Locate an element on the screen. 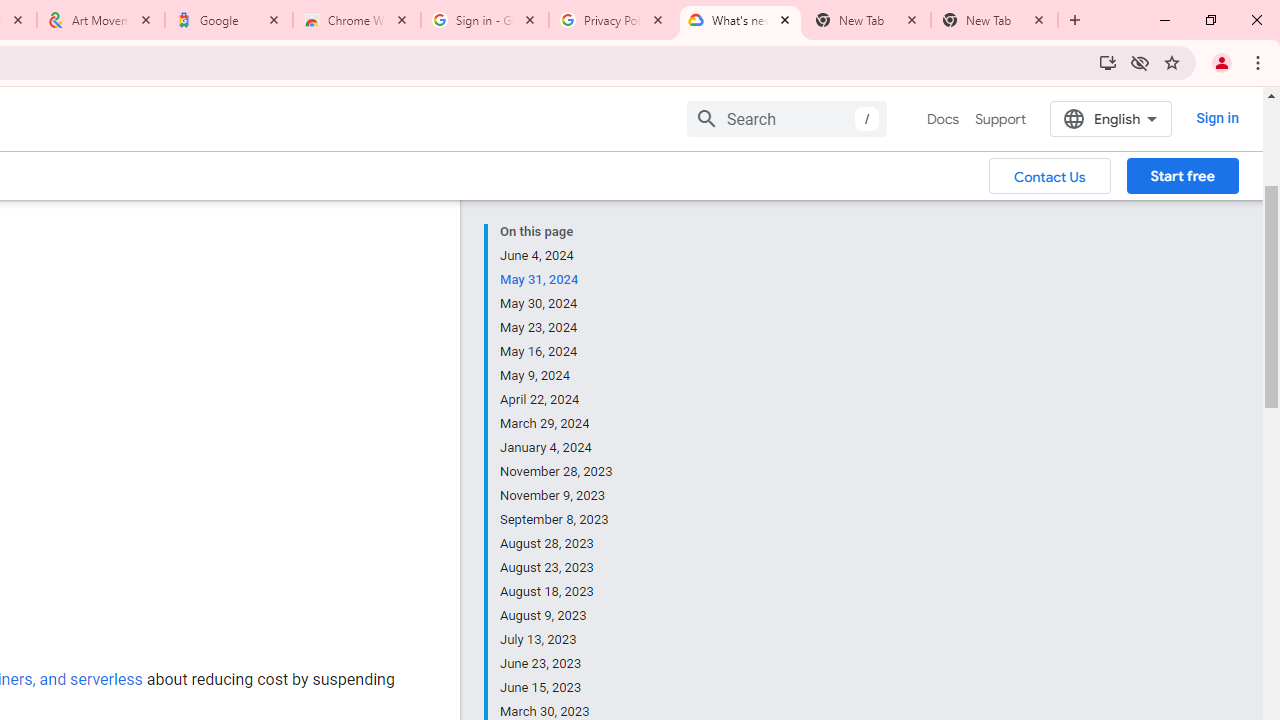  'June 4, 2024' is located at coordinates (557, 254).